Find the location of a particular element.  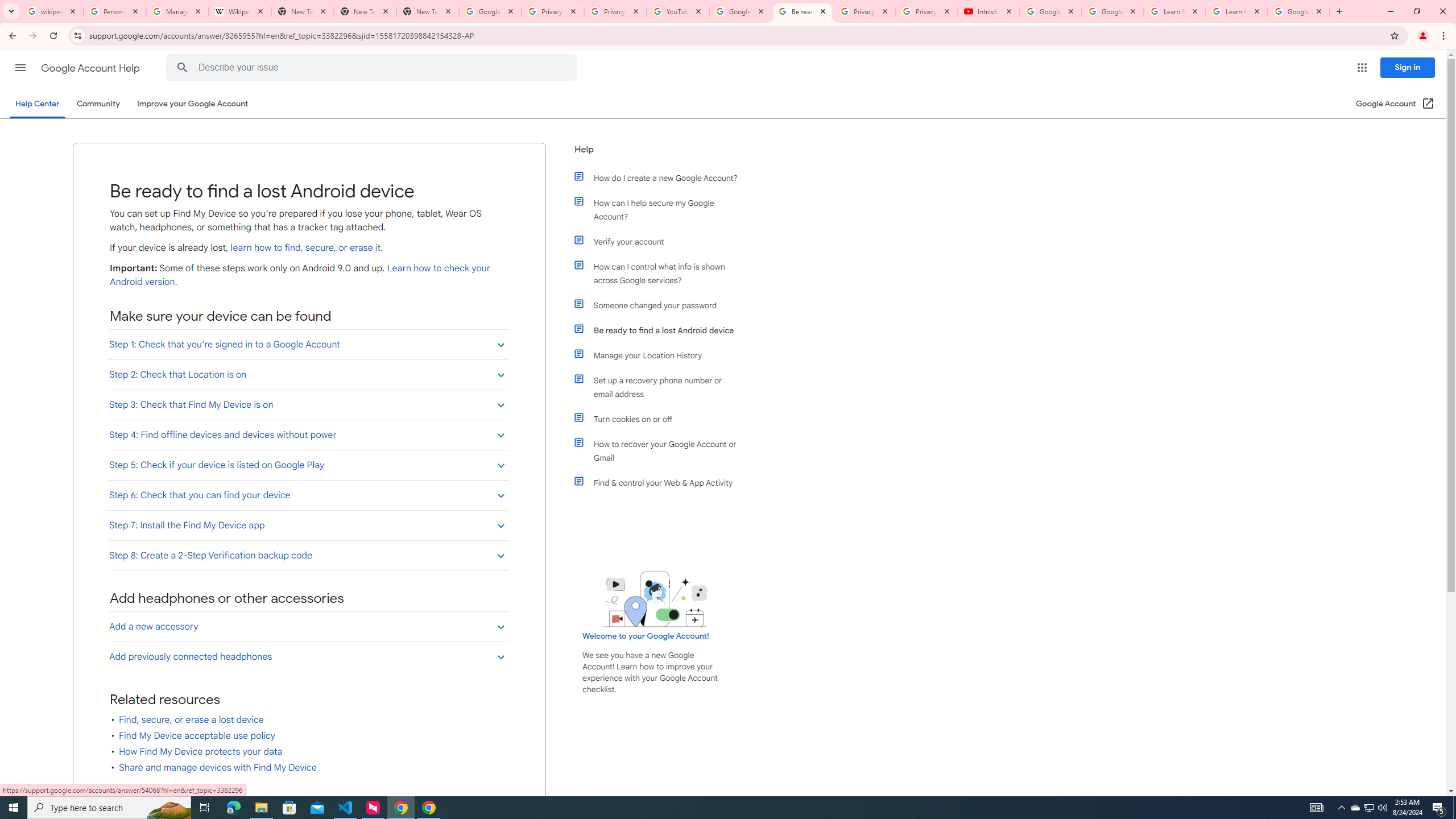

'Google Account Help' is located at coordinates (91, 68).